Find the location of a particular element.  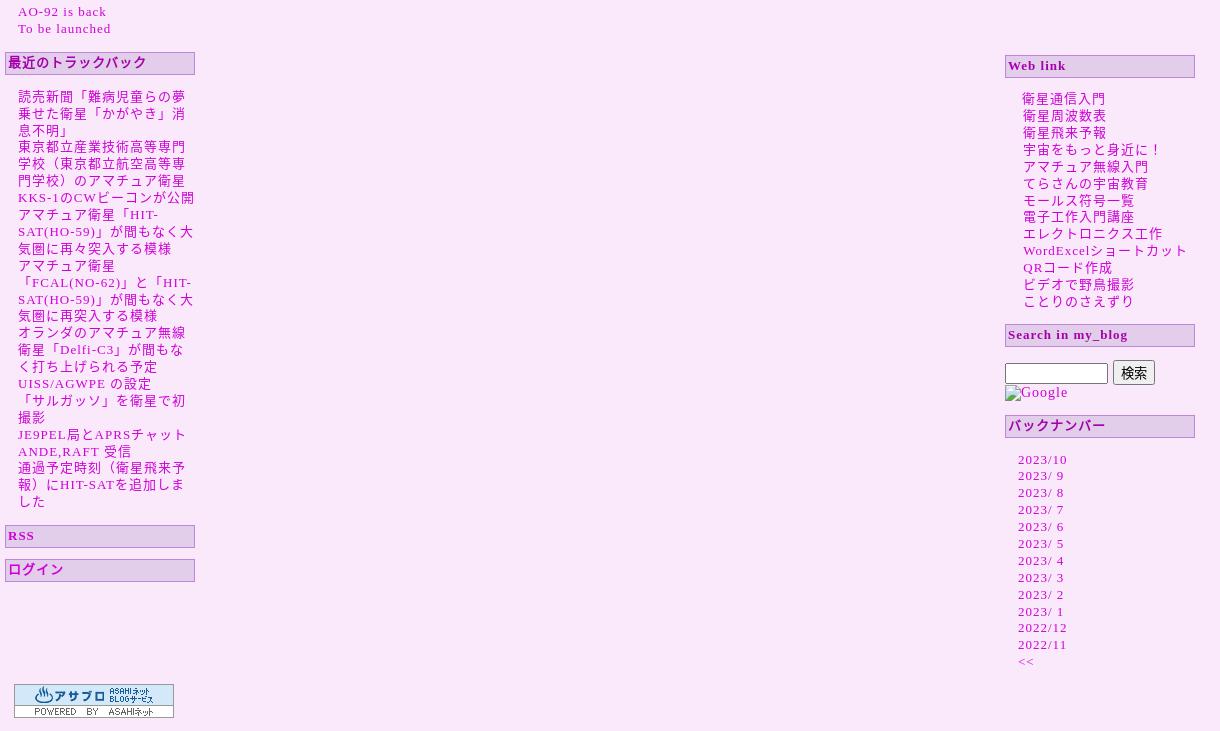

'2023/ 2' is located at coordinates (1041, 592).